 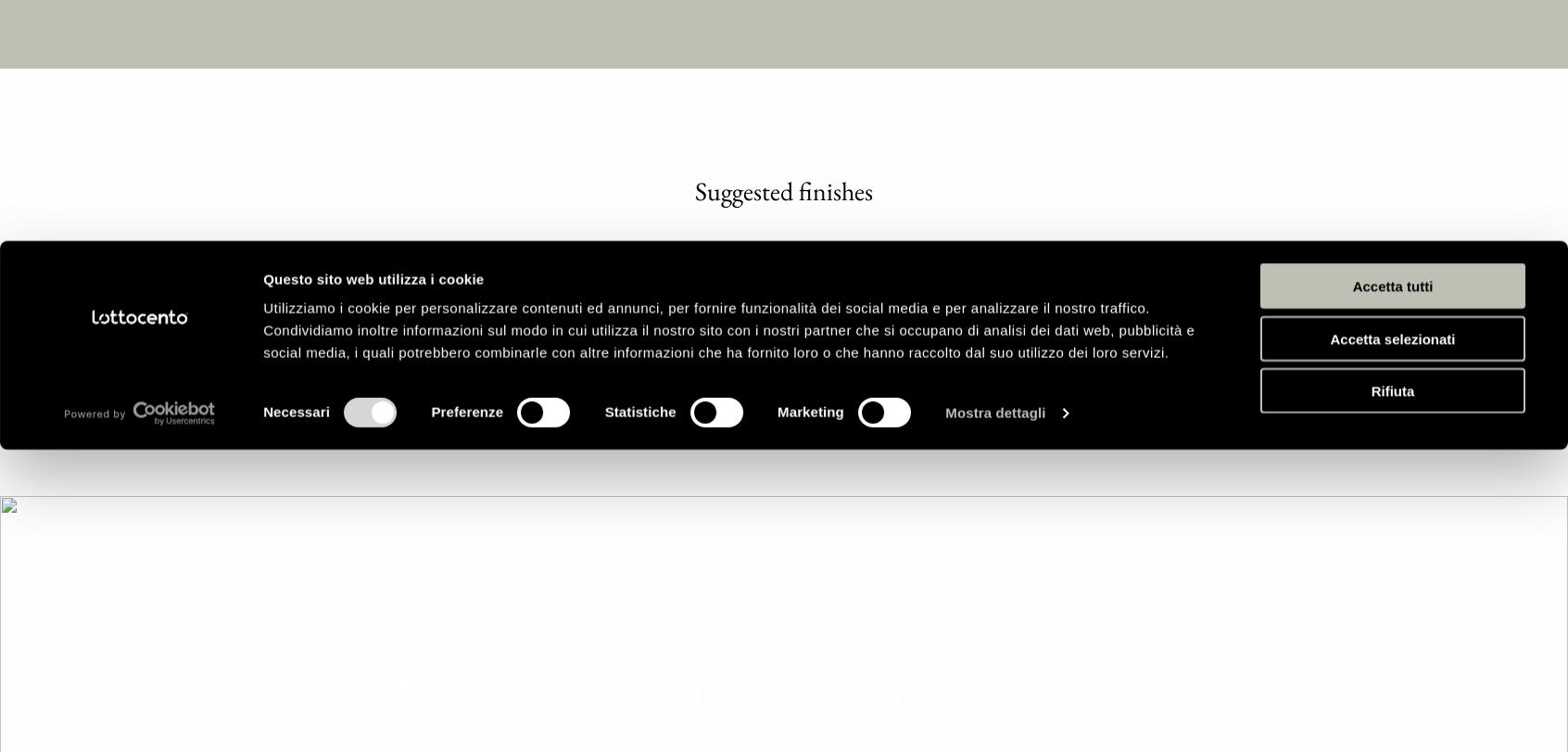 What do you see at coordinates (728, 231) in the screenshot?
I see `'Utilizziamo i cookie per personalizzare contenuti ed annunci, per fornire funzionalità dei social media e per analizzare il nostro traffico. Condividiamo inoltre informazioni sul modo in cui utilizza il nostro sito con i nostri partner che si occupano di analisi dei dati web, pubblicità e social media, i quali potrebbero combinarle con altre informazioni che ha fornito loro o che hanno raccolto dal suo utilizzo dei loro servizi.'` at bounding box center [728, 231].